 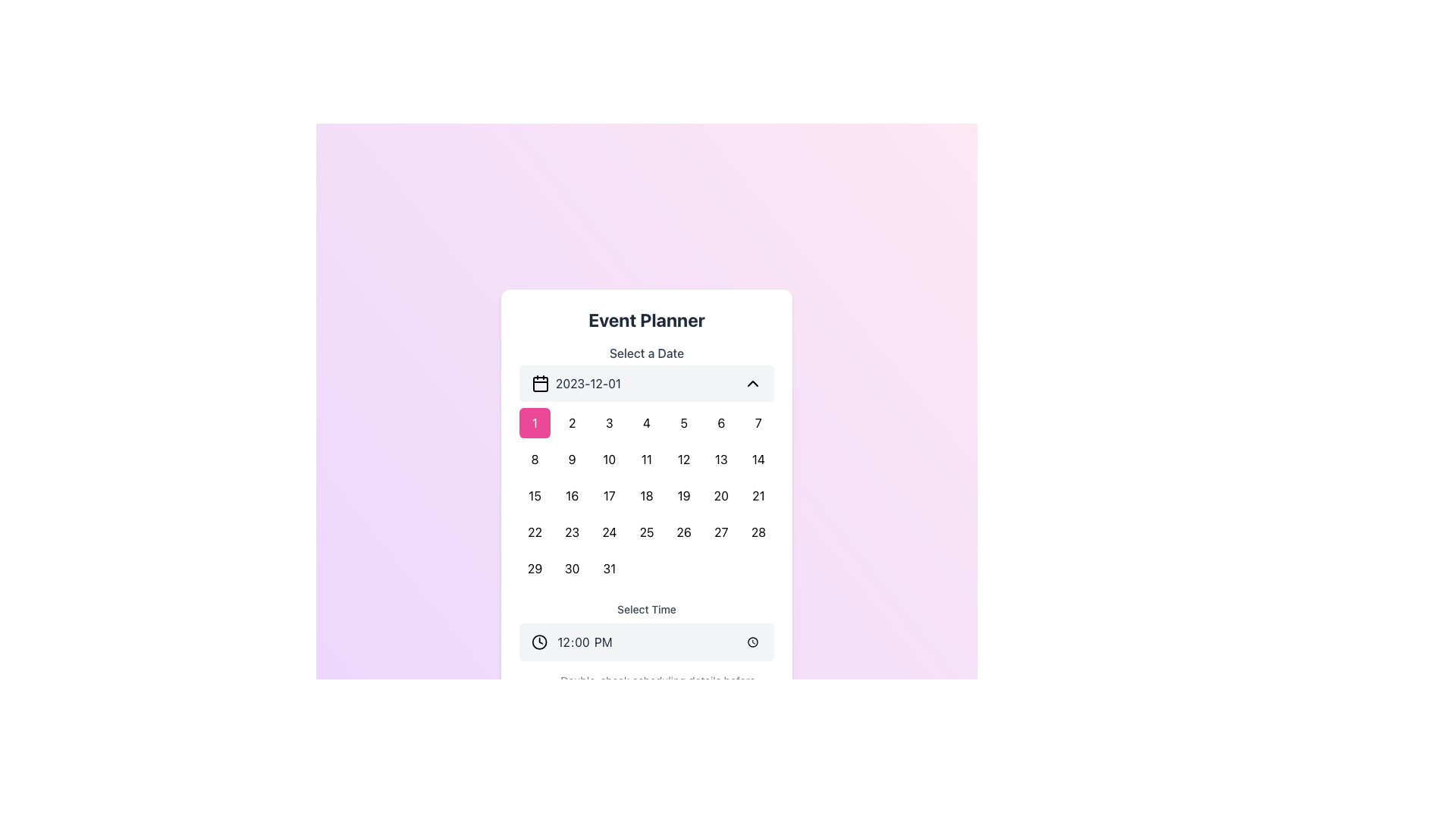 What do you see at coordinates (758, 496) in the screenshot?
I see `the button in the calendar grid that represents the date '21'` at bounding box center [758, 496].